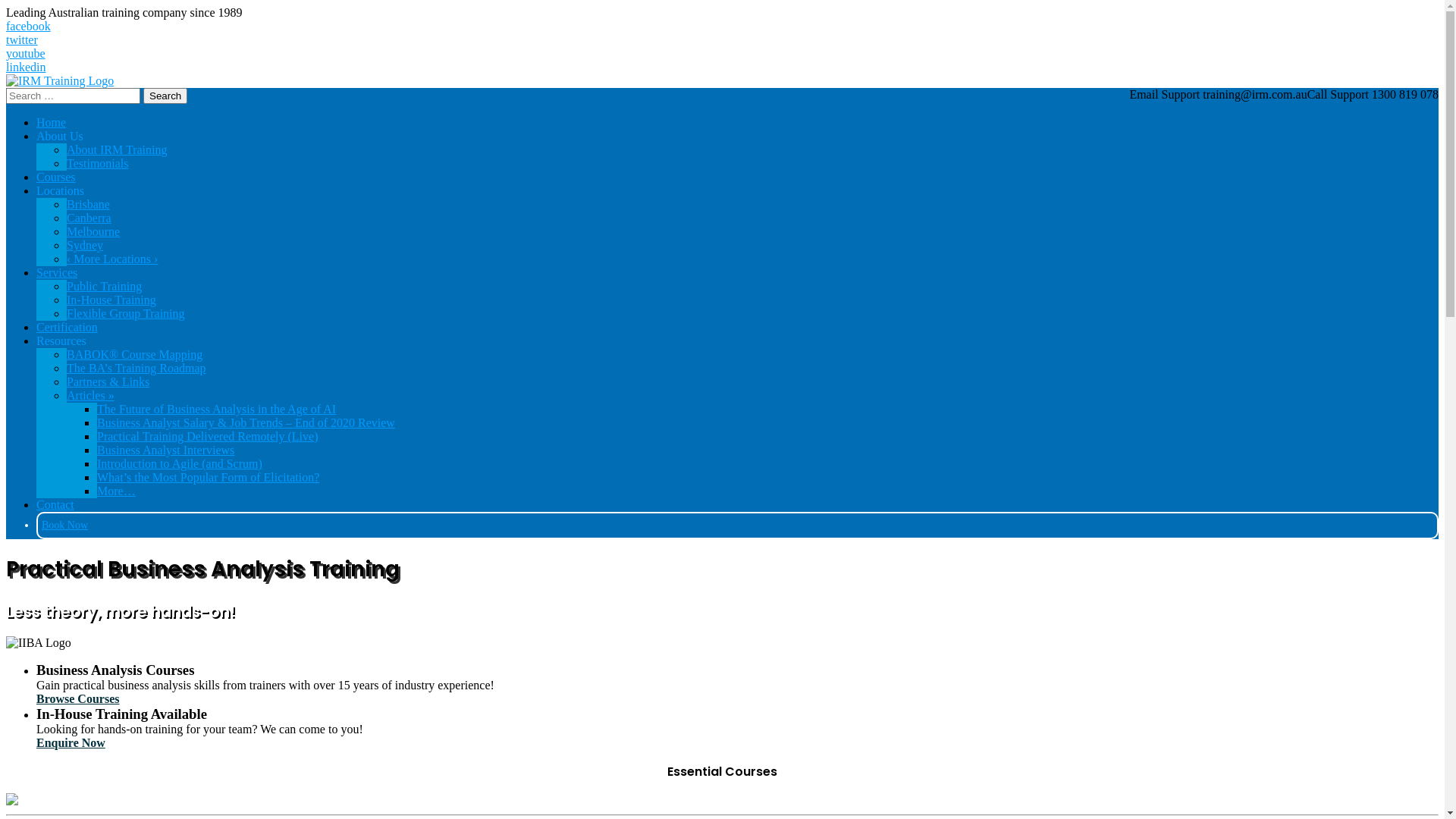  What do you see at coordinates (126, 312) in the screenshot?
I see `'Flexible Group Training'` at bounding box center [126, 312].